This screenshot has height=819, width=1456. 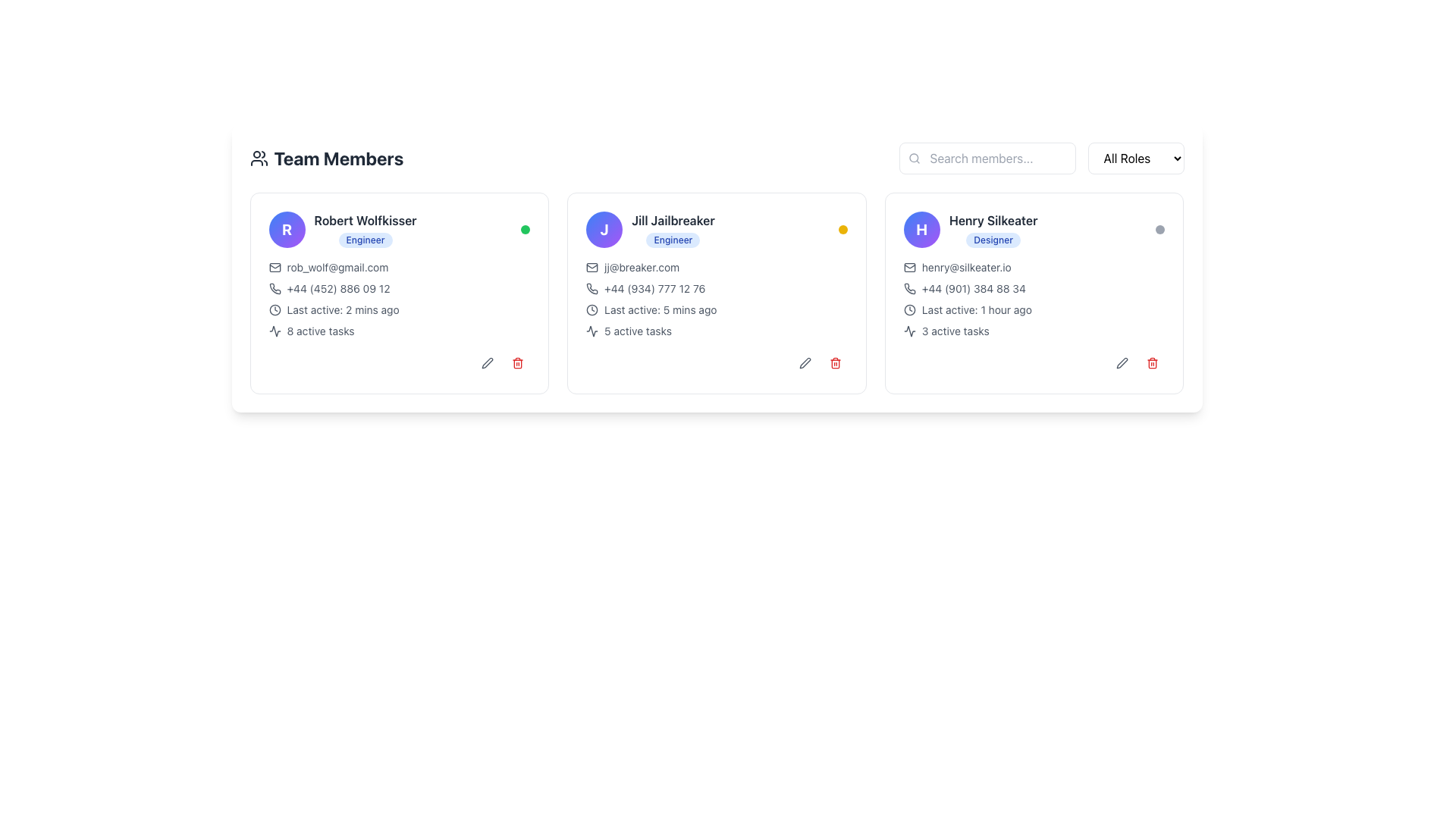 What do you see at coordinates (399, 230) in the screenshot?
I see `the user's avatar located in the Composite information panel at the top section of the first card in the team members list` at bounding box center [399, 230].